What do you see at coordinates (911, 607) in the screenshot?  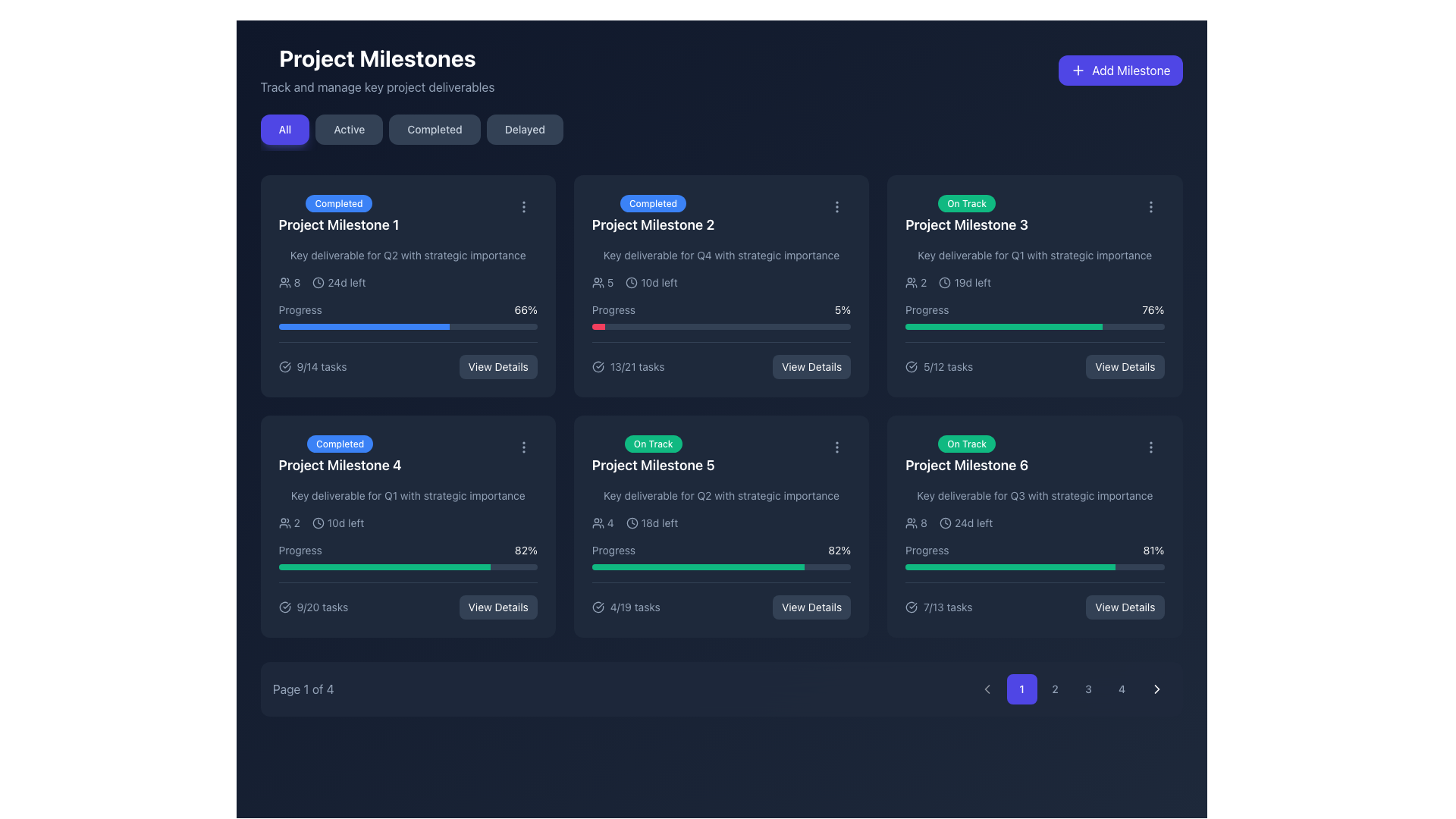 I see `the circular outline of the checkmark icon located at the bottom-right of the 'Project Milestone 6' card, adjacent to the '7/13 tasks' text` at bounding box center [911, 607].